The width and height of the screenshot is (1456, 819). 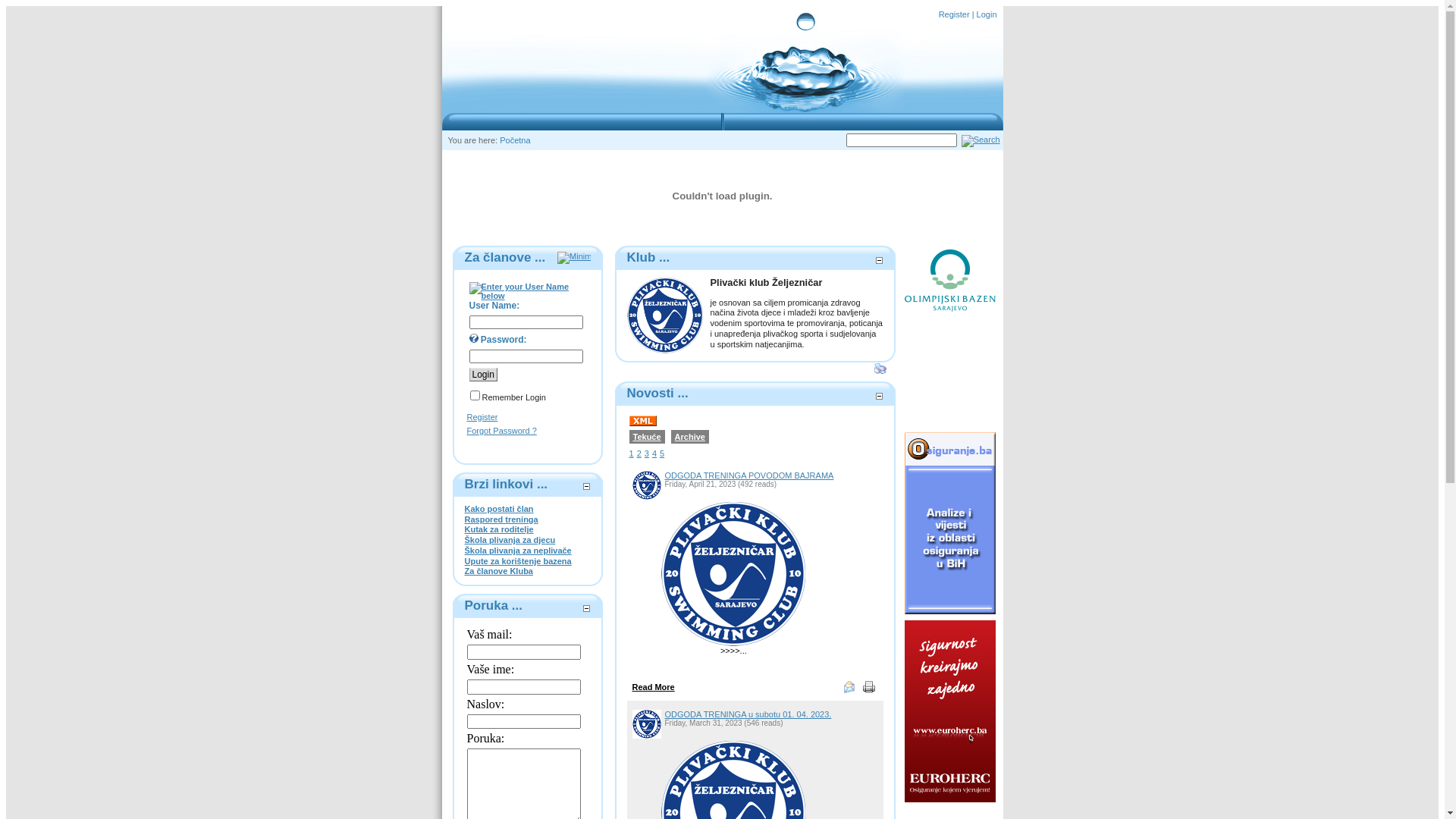 I want to click on '4', so click(x=654, y=452).